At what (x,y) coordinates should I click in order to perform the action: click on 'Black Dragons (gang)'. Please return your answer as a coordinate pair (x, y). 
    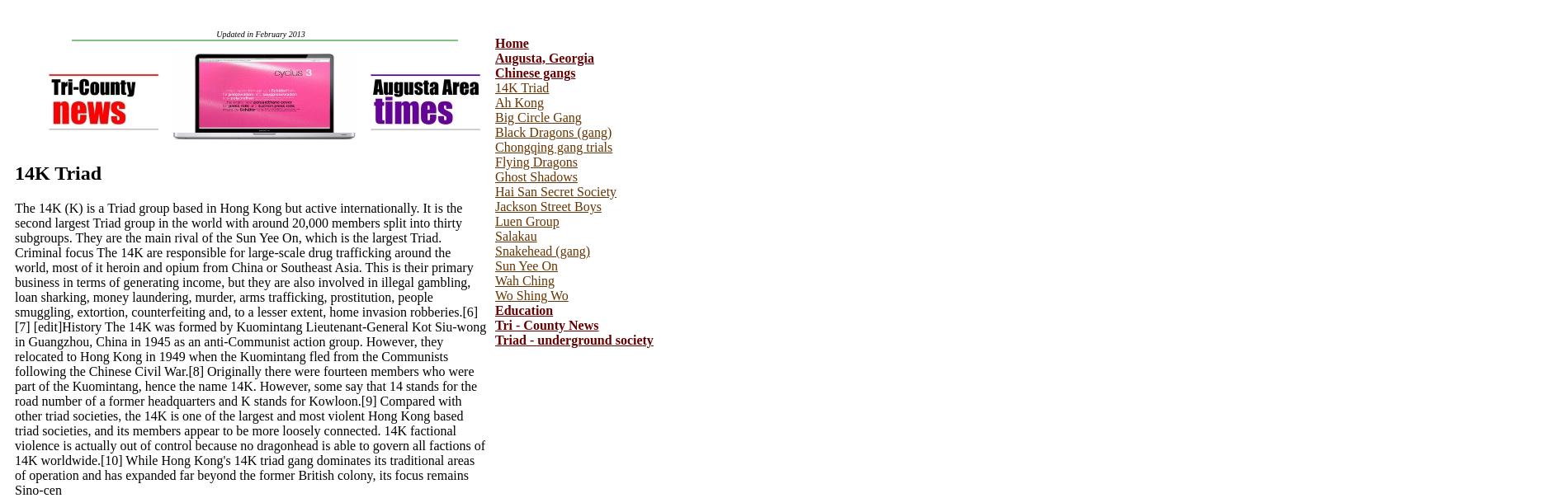
    Looking at the image, I should click on (553, 132).